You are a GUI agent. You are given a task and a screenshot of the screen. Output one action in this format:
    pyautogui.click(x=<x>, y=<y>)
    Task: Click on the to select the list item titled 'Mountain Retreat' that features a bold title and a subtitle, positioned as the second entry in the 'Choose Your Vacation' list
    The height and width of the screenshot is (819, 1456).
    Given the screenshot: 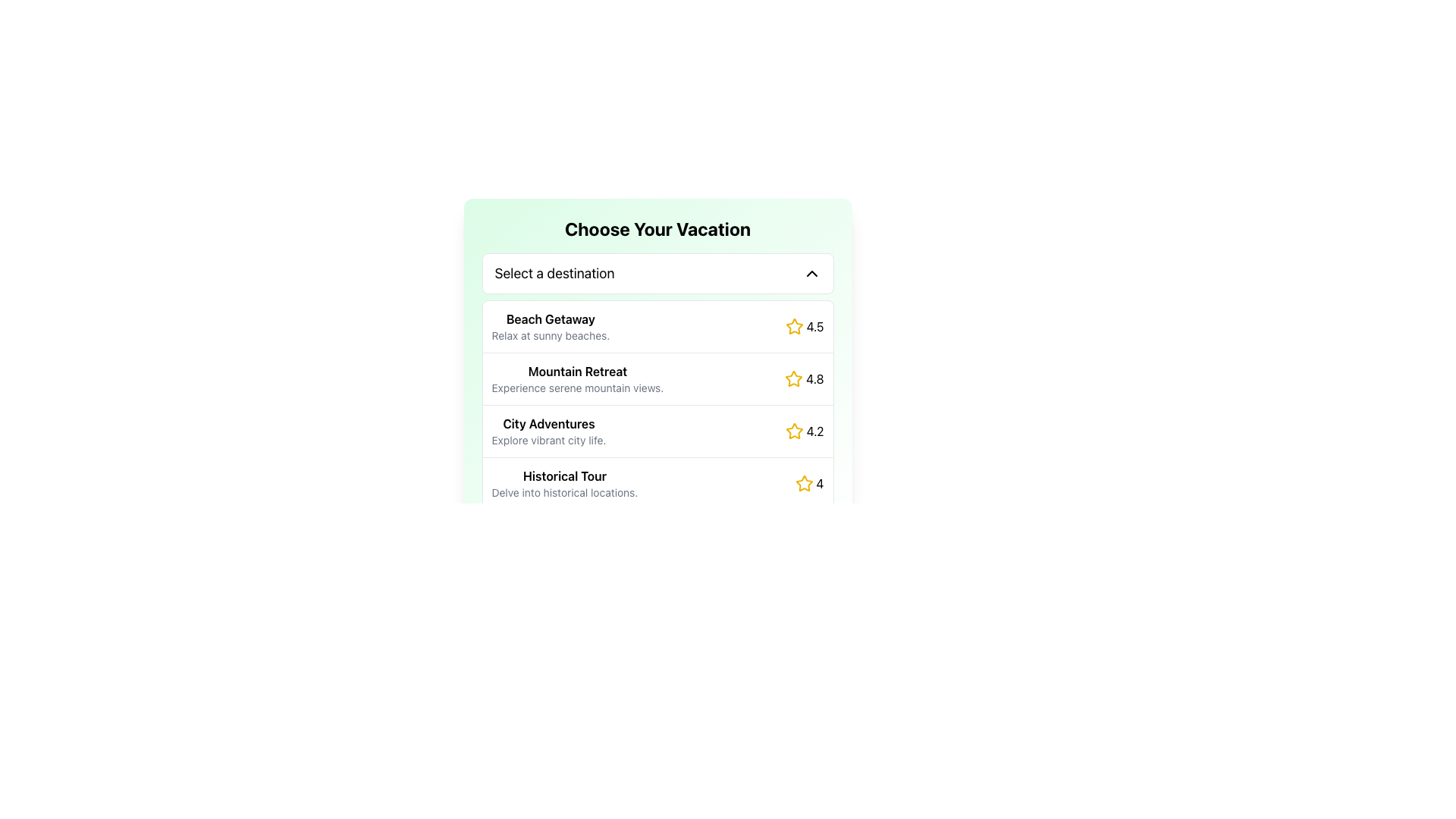 What is the action you would take?
    pyautogui.click(x=576, y=378)
    